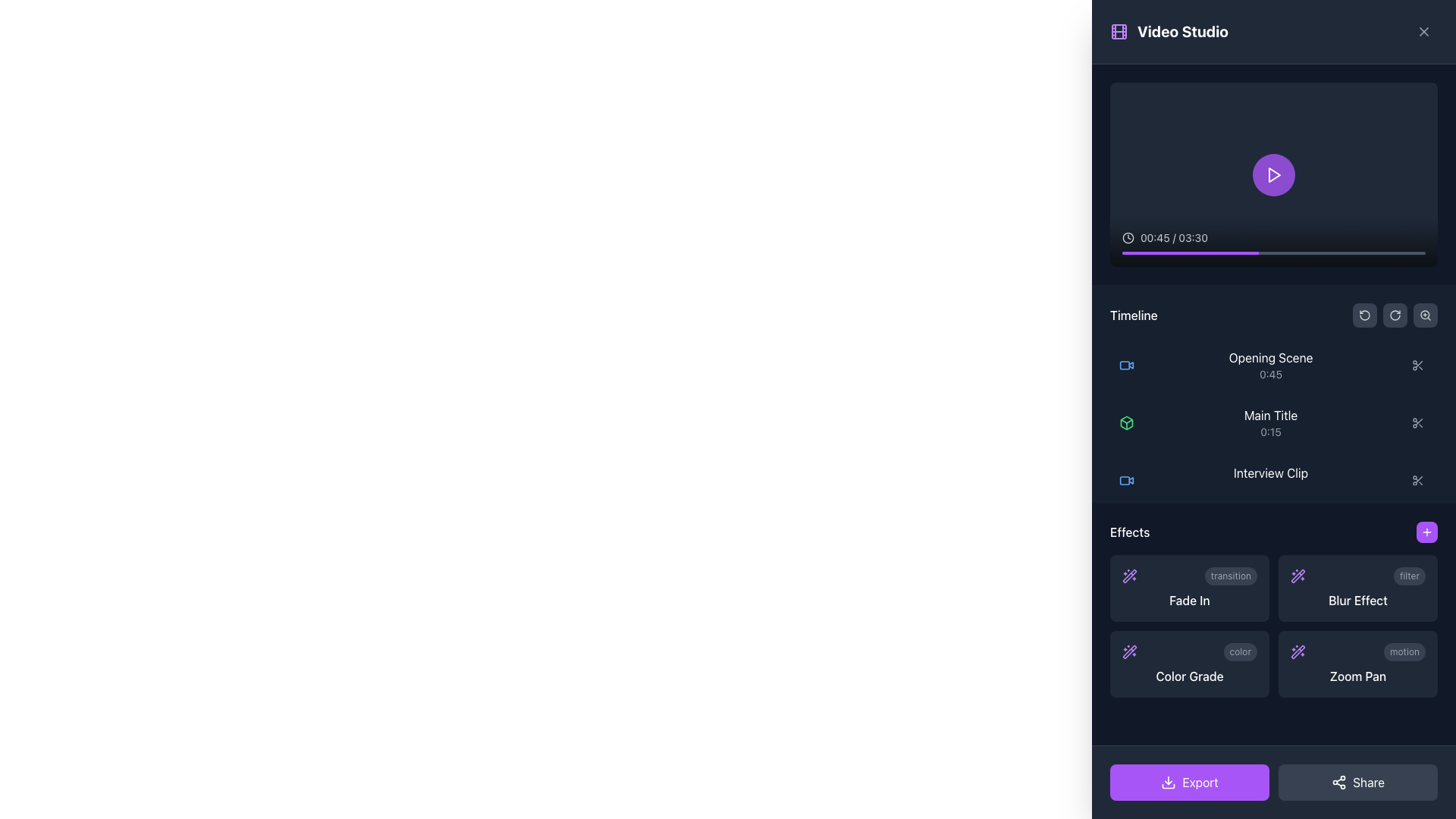  What do you see at coordinates (1274, 412) in the screenshot?
I see `the timeline list item with the title 'Main Title'` at bounding box center [1274, 412].